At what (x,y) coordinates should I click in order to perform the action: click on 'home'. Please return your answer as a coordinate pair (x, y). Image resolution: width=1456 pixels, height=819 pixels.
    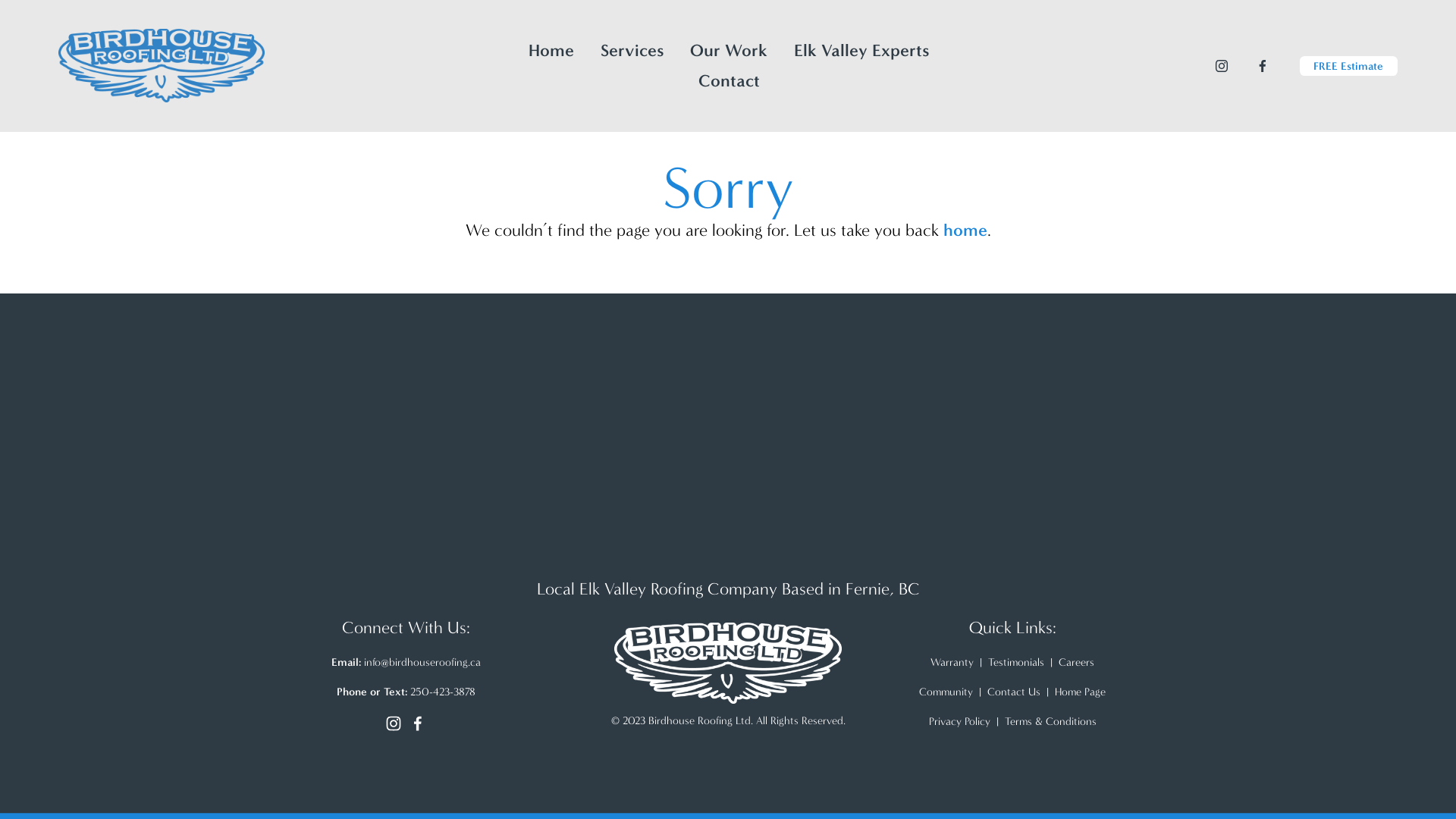
    Looking at the image, I should click on (964, 230).